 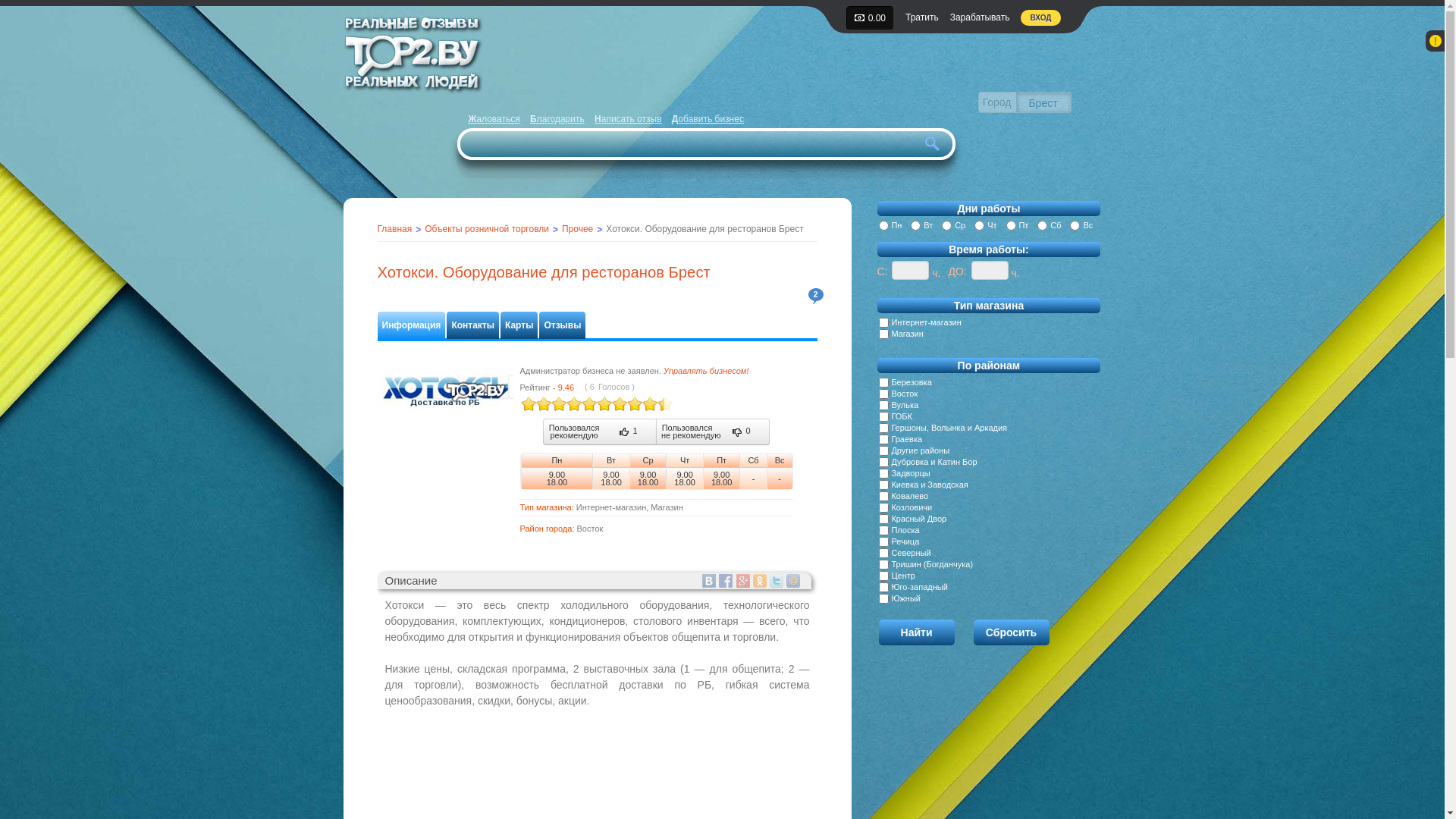 I want to click on '8', so click(x=580, y=403).